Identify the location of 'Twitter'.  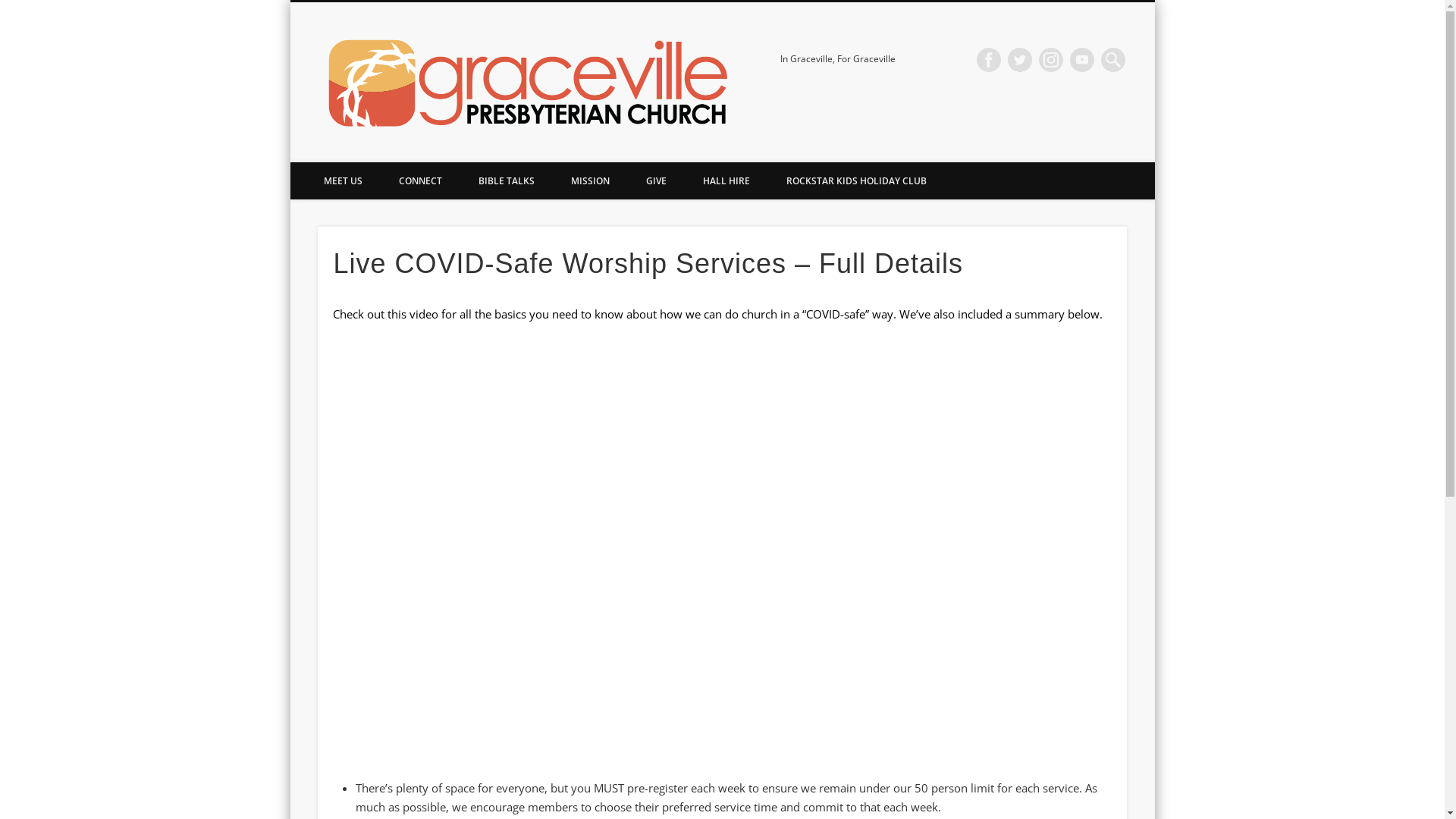
(1019, 58).